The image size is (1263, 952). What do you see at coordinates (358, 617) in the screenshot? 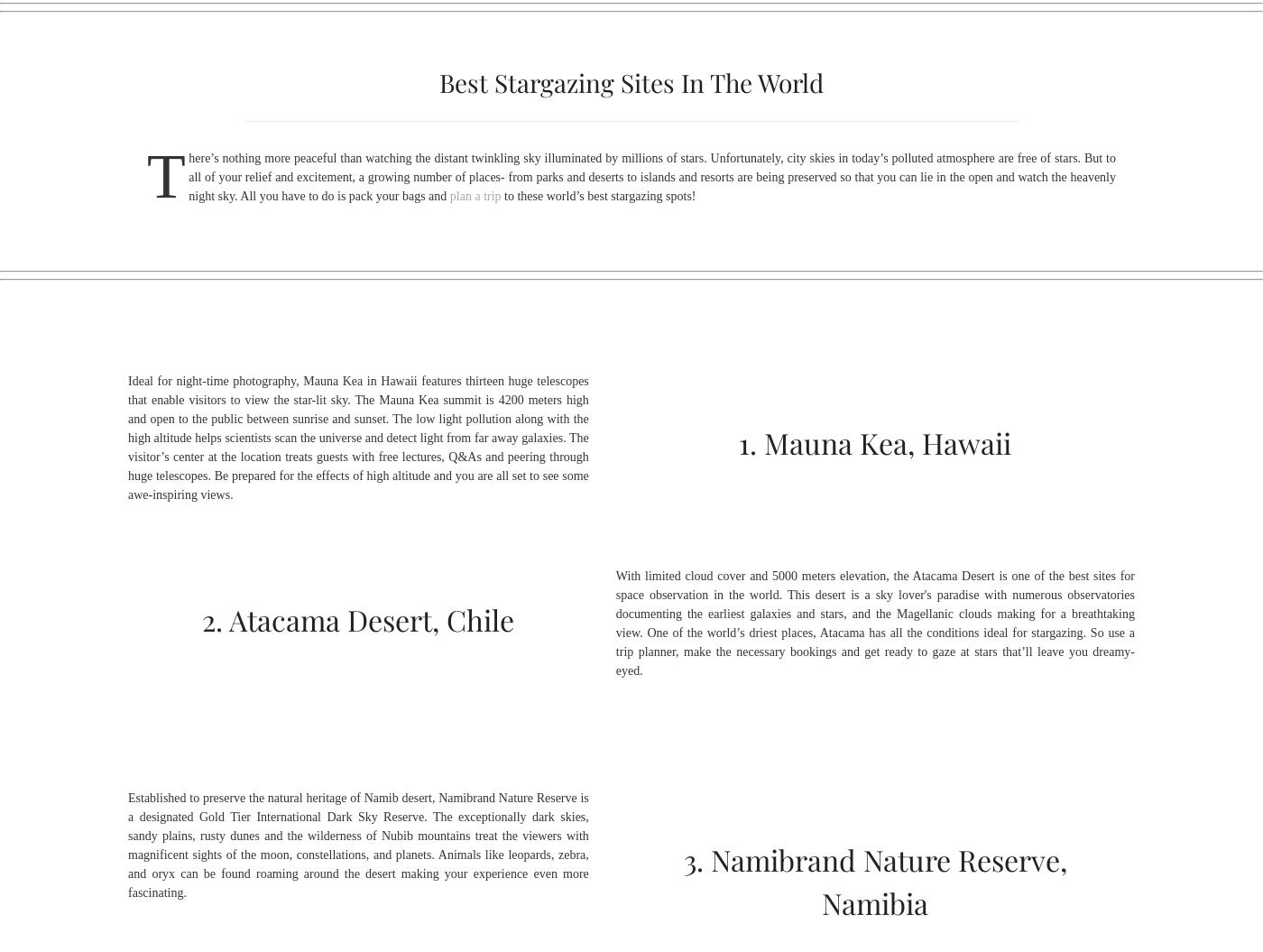
I see `'2. Atacama Desert, Chile'` at bounding box center [358, 617].